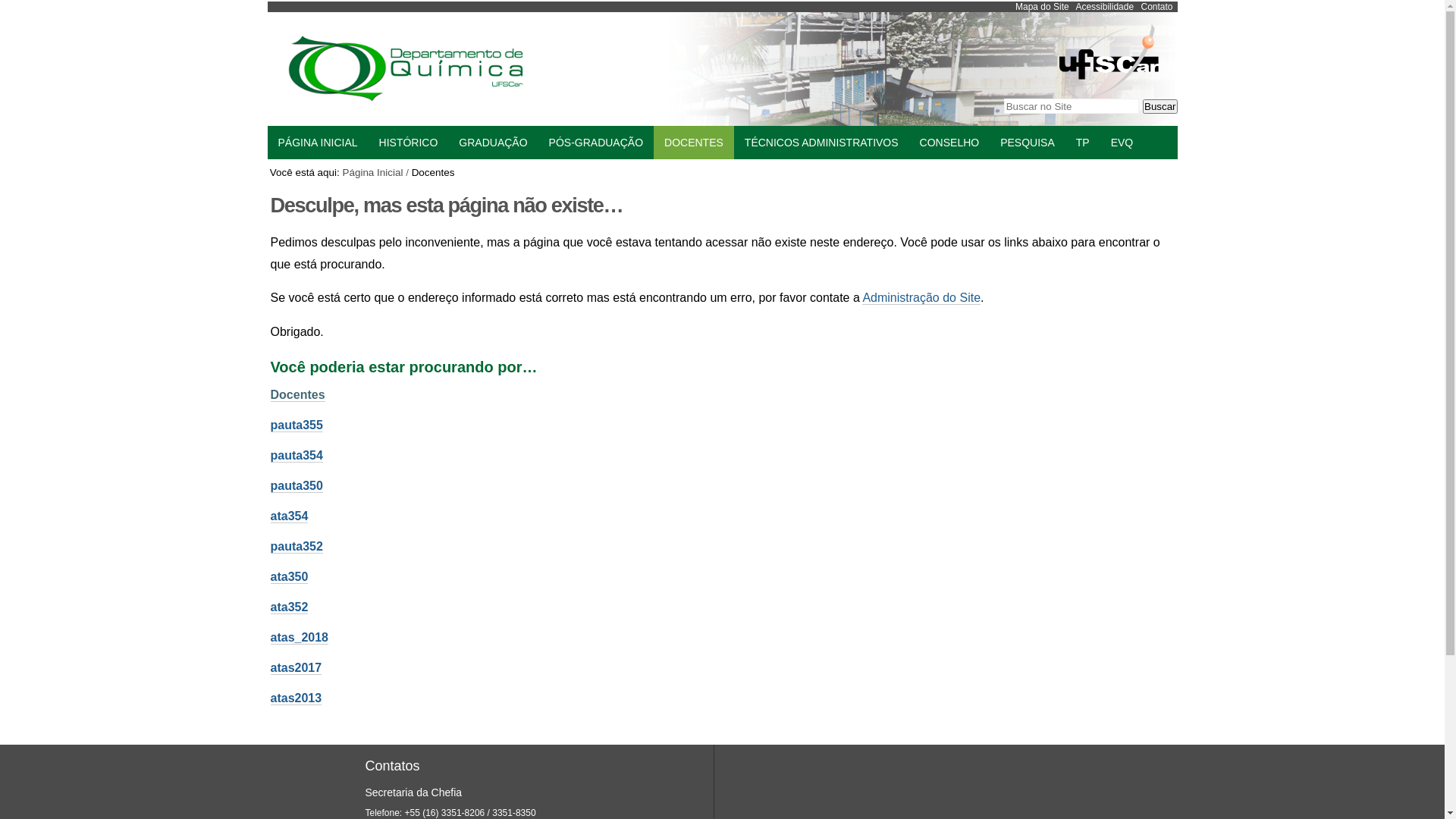 The width and height of the screenshot is (1456, 819). What do you see at coordinates (296, 425) in the screenshot?
I see `'pauta355'` at bounding box center [296, 425].